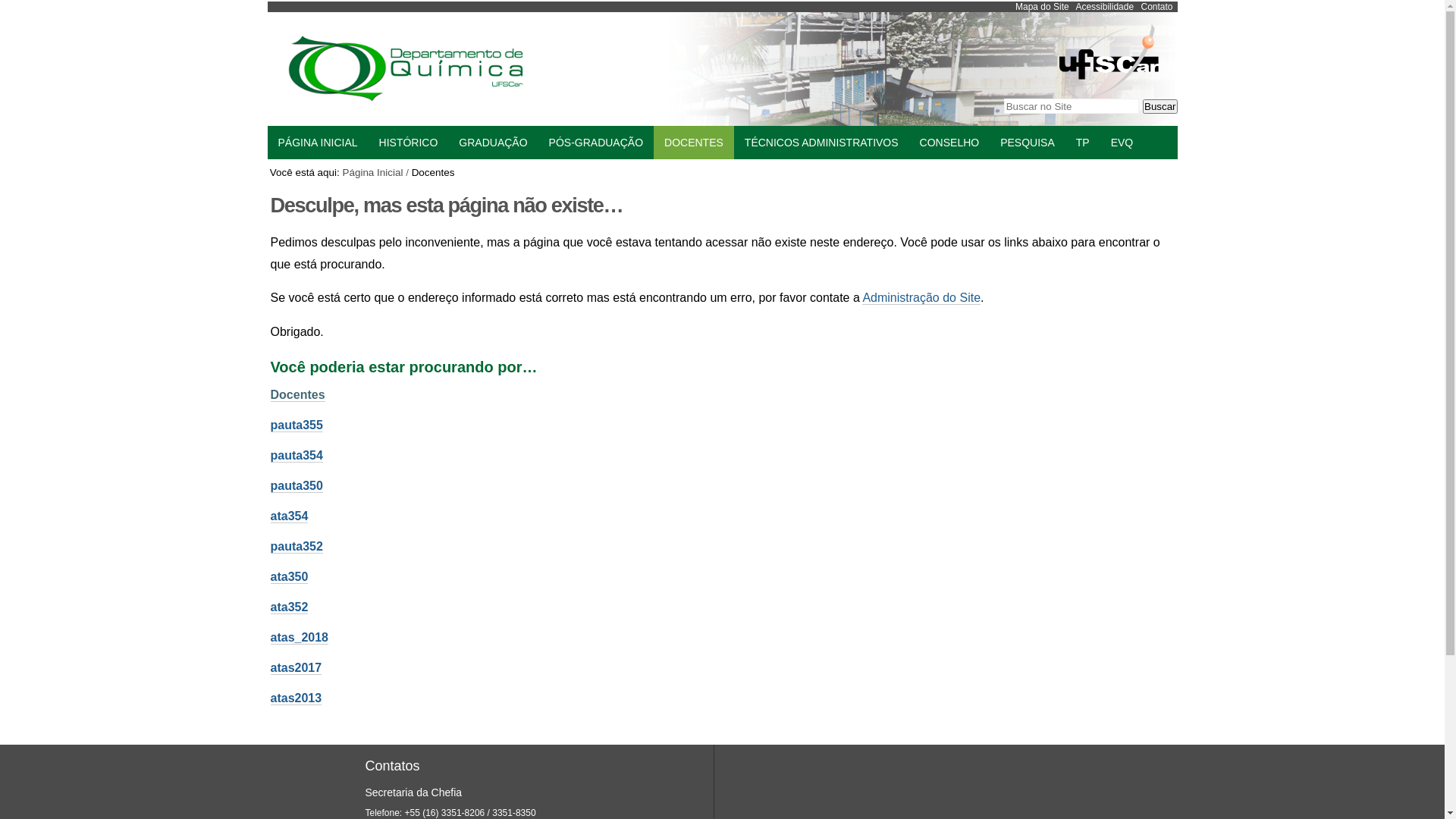 The width and height of the screenshot is (1456, 819). What do you see at coordinates (296, 425) in the screenshot?
I see `'pauta355'` at bounding box center [296, 425].